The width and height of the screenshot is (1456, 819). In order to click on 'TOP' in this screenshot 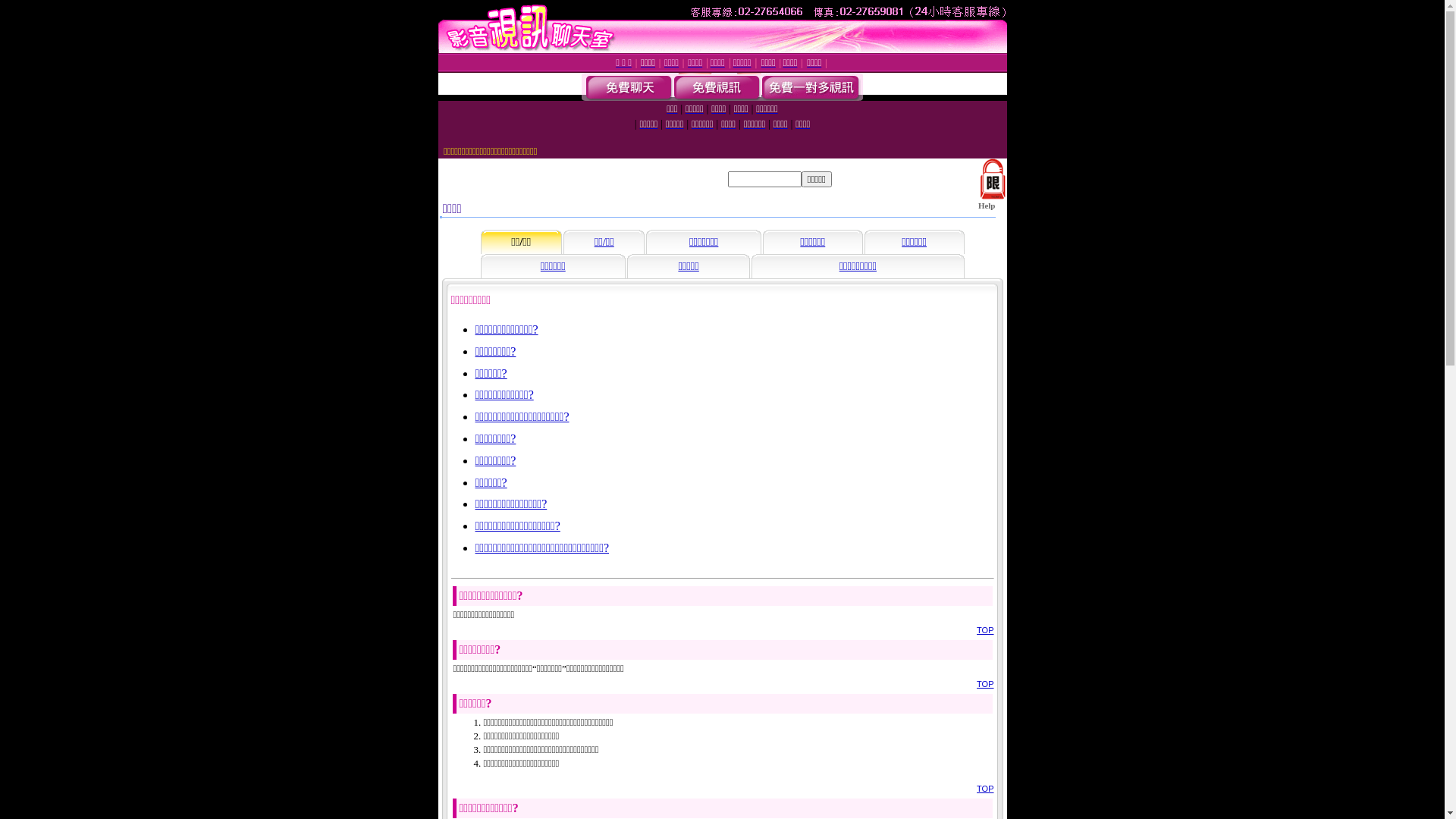, I will do `click(985, 788)`.